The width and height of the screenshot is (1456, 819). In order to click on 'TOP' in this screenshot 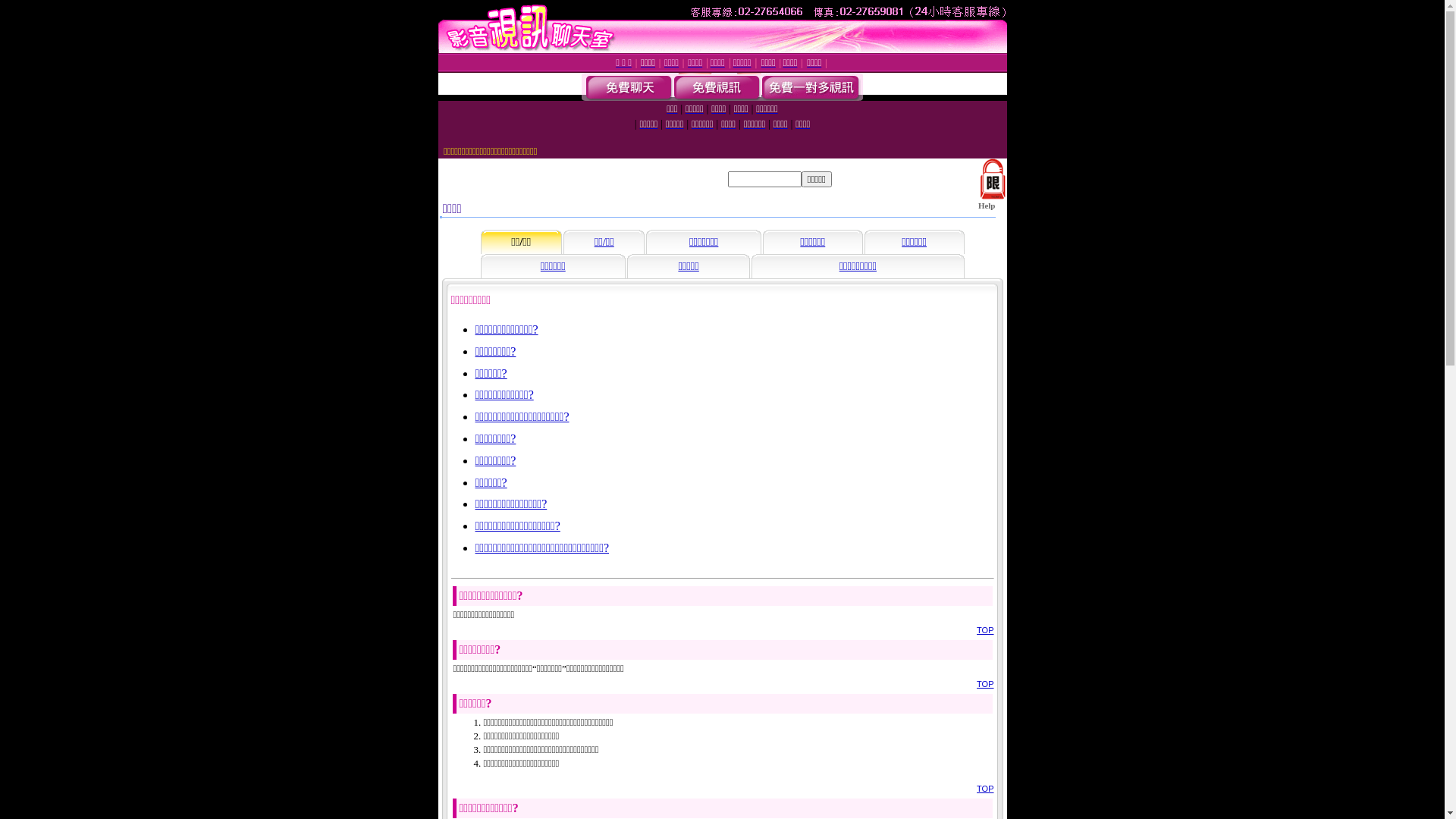, I will do `click(985, 788)`.